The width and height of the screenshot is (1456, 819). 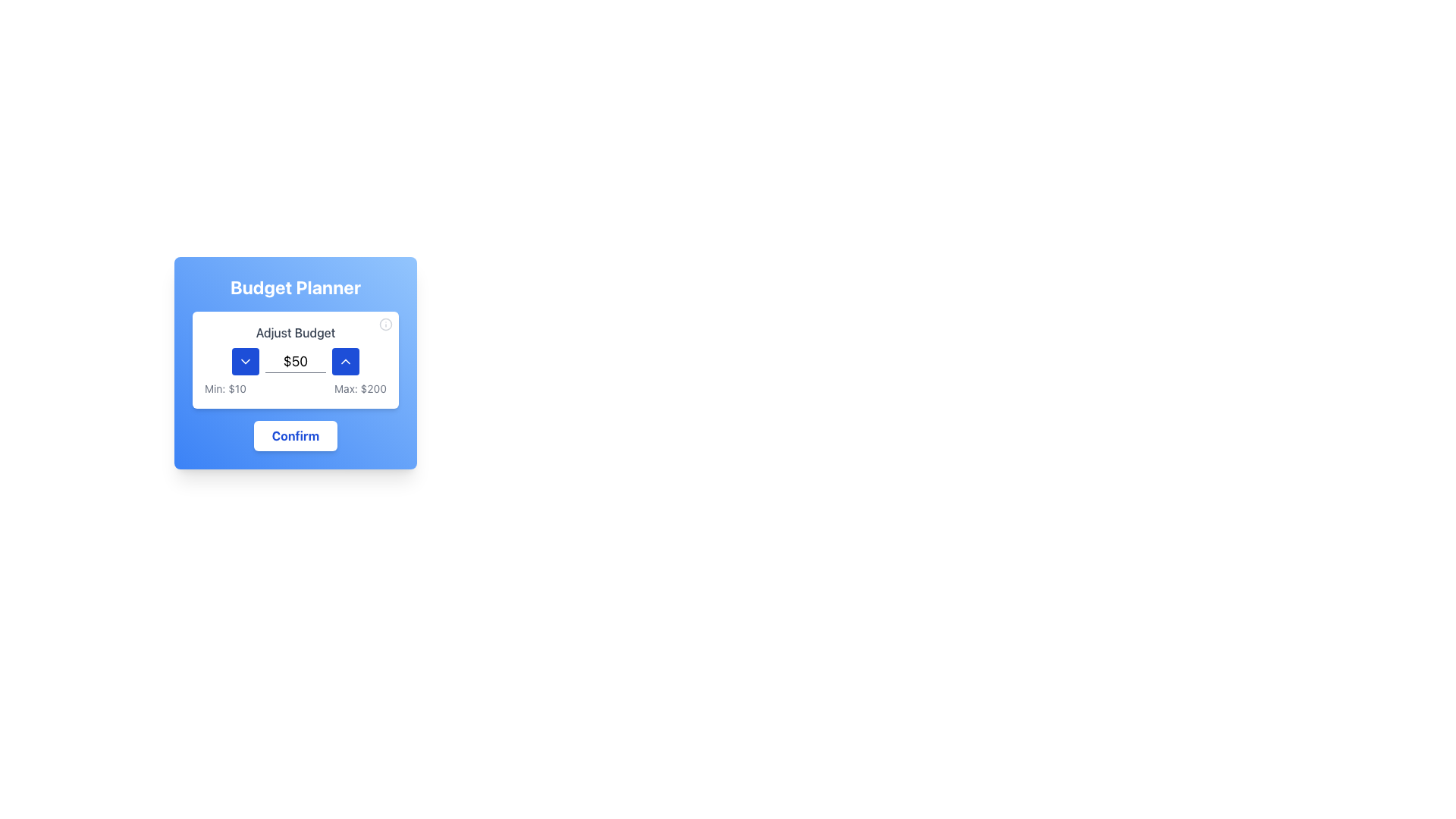 What do you see at coordinates (345, 362) in the screenshot?
I see `the increase value button located on the right-most side of the value adjustment component` at bounding box center [345, 362].